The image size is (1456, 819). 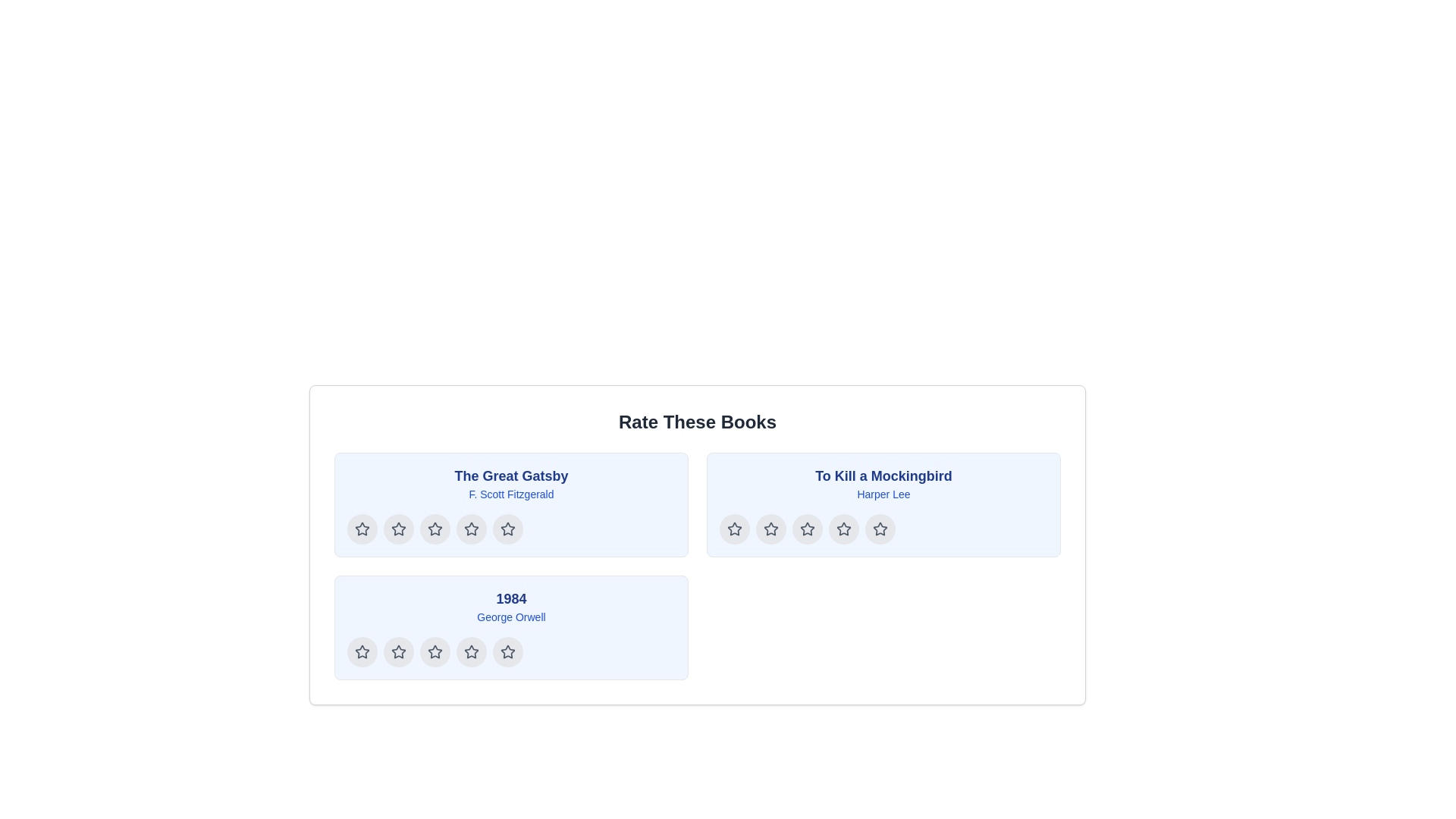 What do you see at coordinates (880, 529) in the screenshot?
I see `the fifth star icon in the rating component for the book 'To Kill a Mockingbird' to rate it` at bounding box center [880, 529].